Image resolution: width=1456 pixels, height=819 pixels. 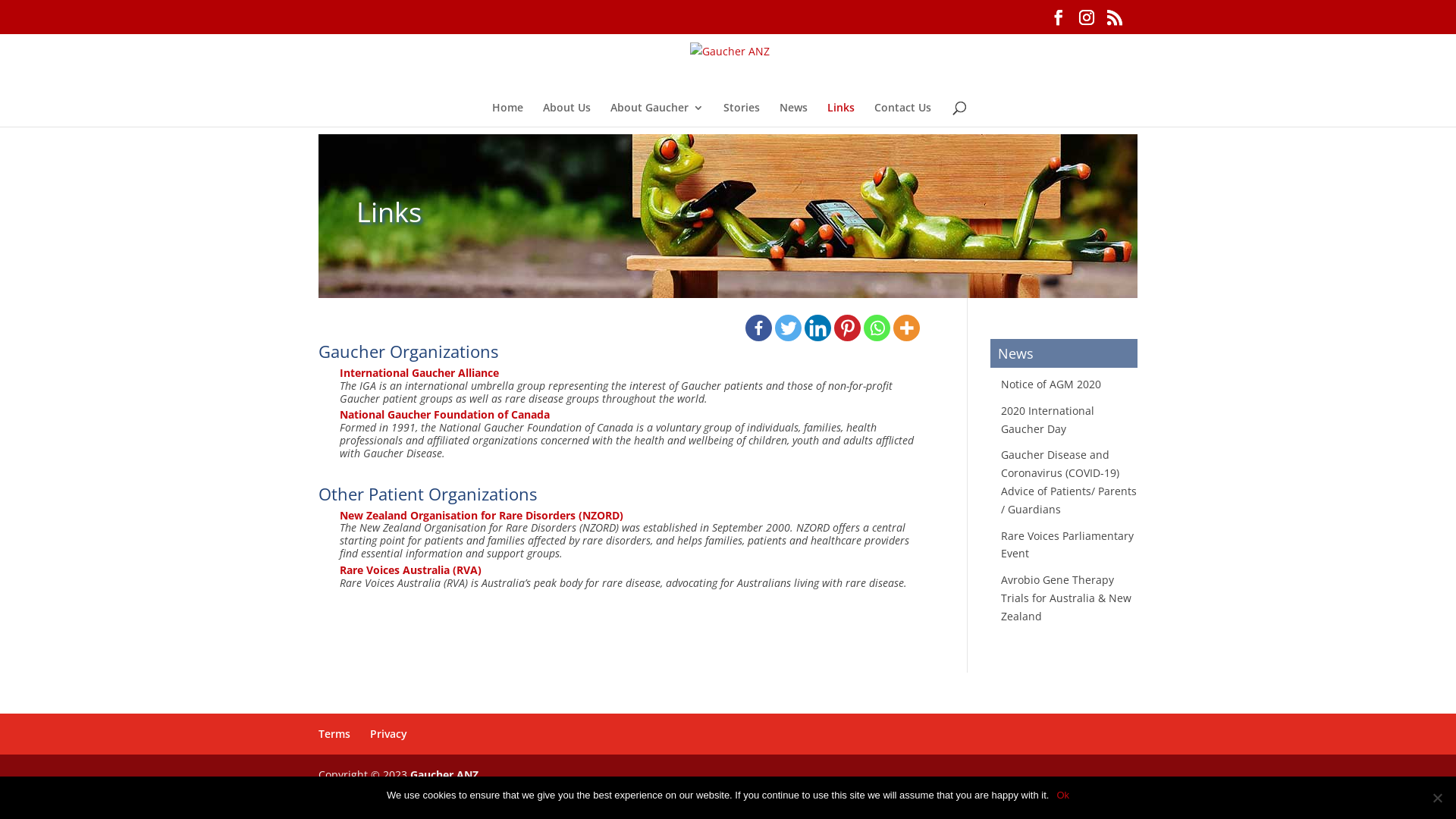 What do you see at coordinates (388, 733) in the screenshot?
I see `'Privacy'` at bounding box center [388, 733].